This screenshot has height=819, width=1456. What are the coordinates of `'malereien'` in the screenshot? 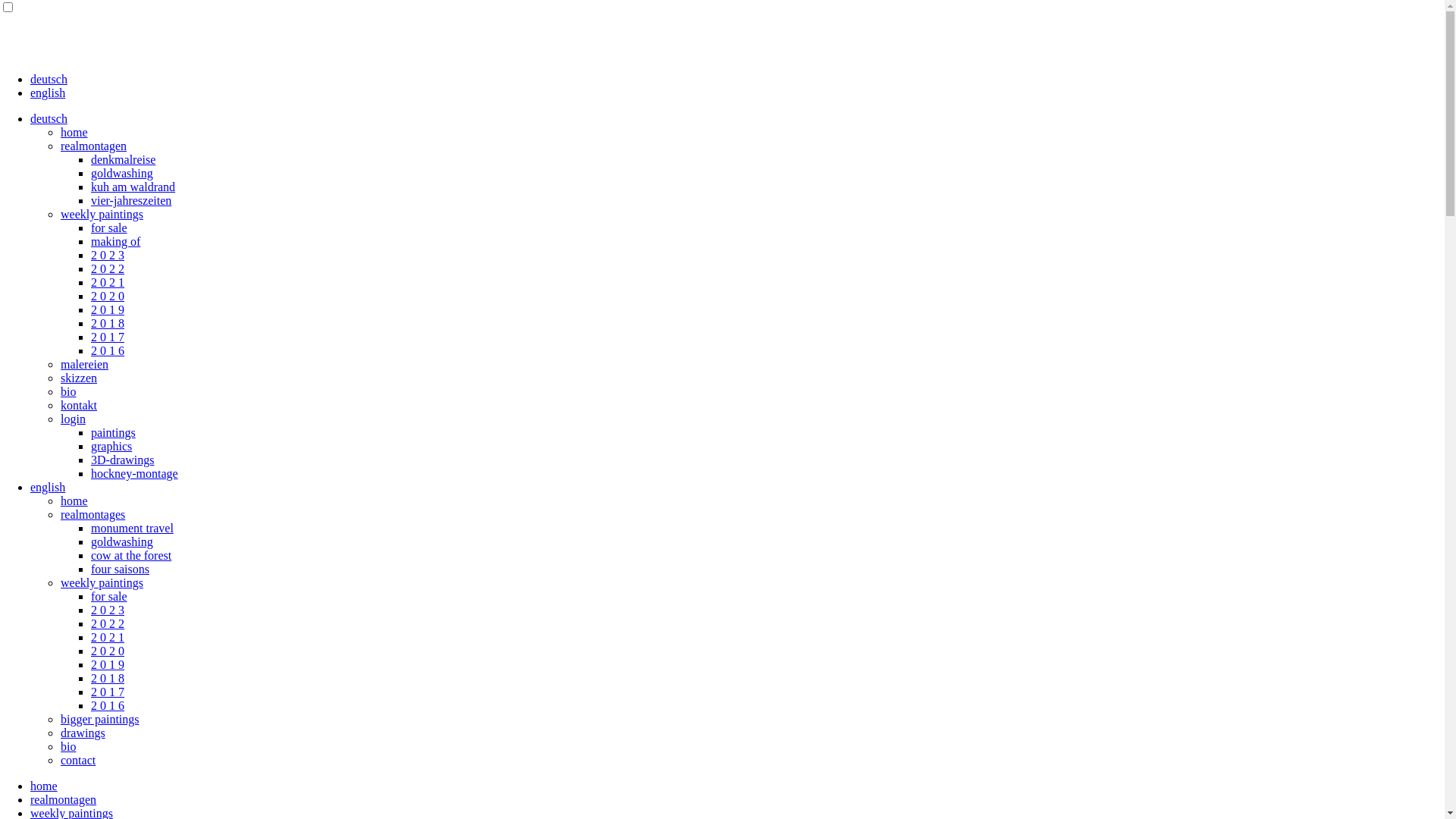 It's located at (83, 364).